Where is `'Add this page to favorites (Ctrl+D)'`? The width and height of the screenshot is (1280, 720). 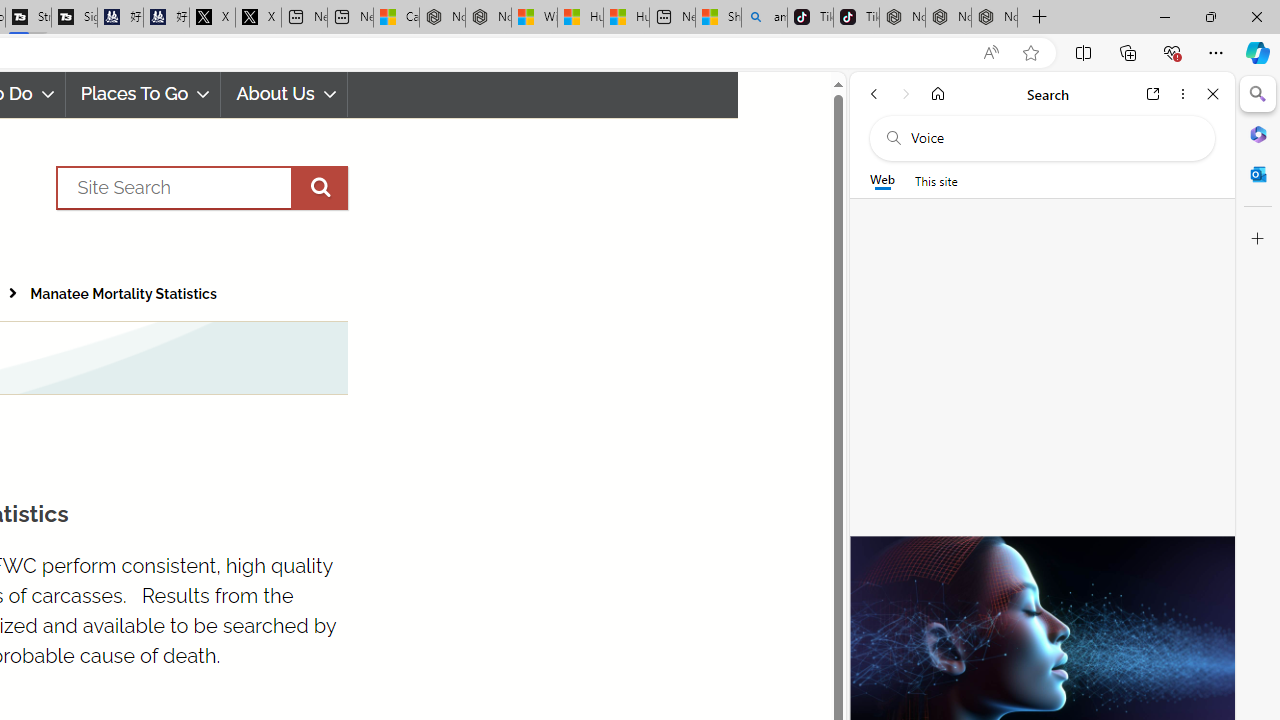
'Add this page to favorites (Ctrl+D)' is located at coordinates (1031, 52).